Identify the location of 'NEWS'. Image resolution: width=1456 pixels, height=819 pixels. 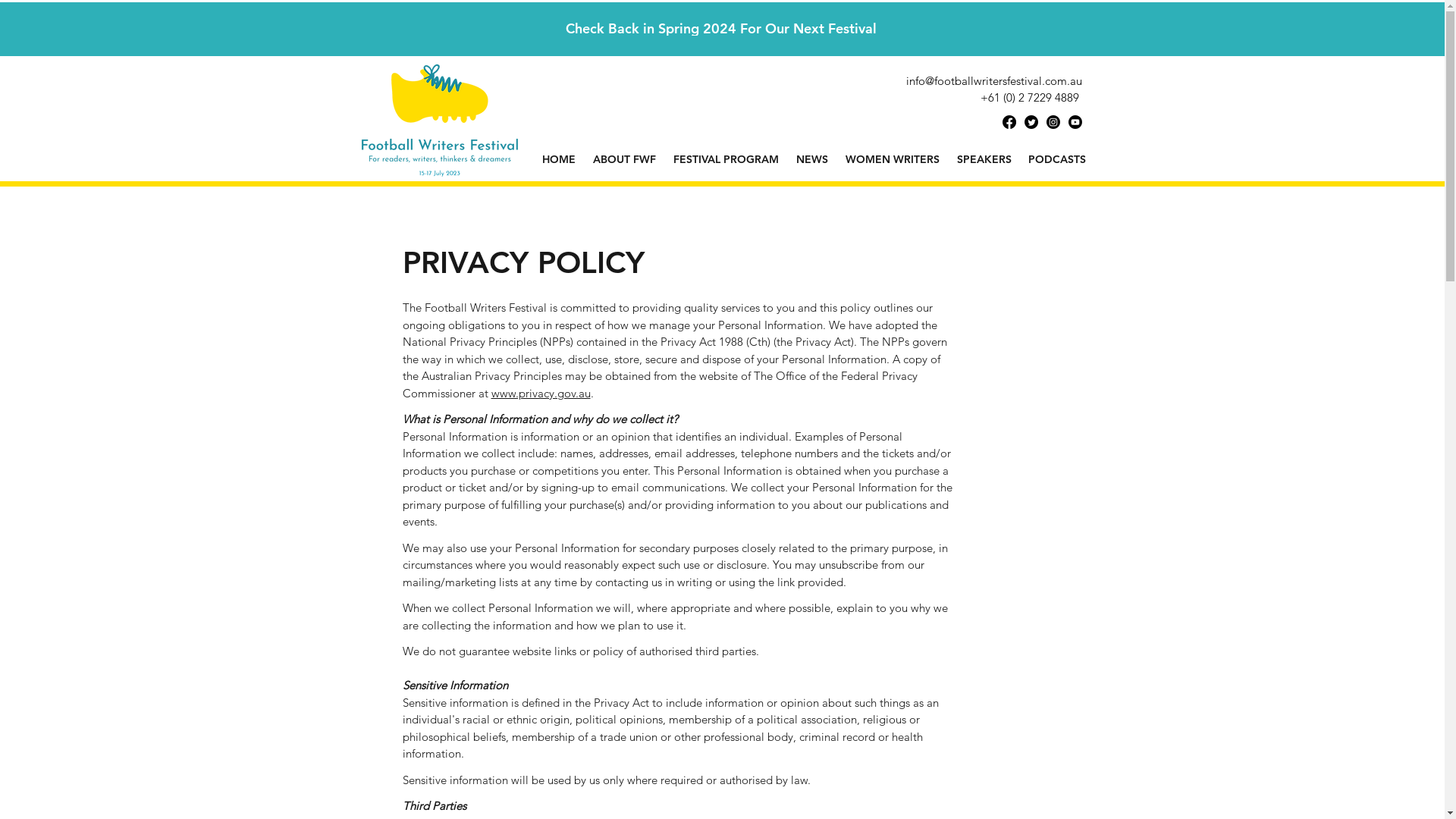
(811, 158).